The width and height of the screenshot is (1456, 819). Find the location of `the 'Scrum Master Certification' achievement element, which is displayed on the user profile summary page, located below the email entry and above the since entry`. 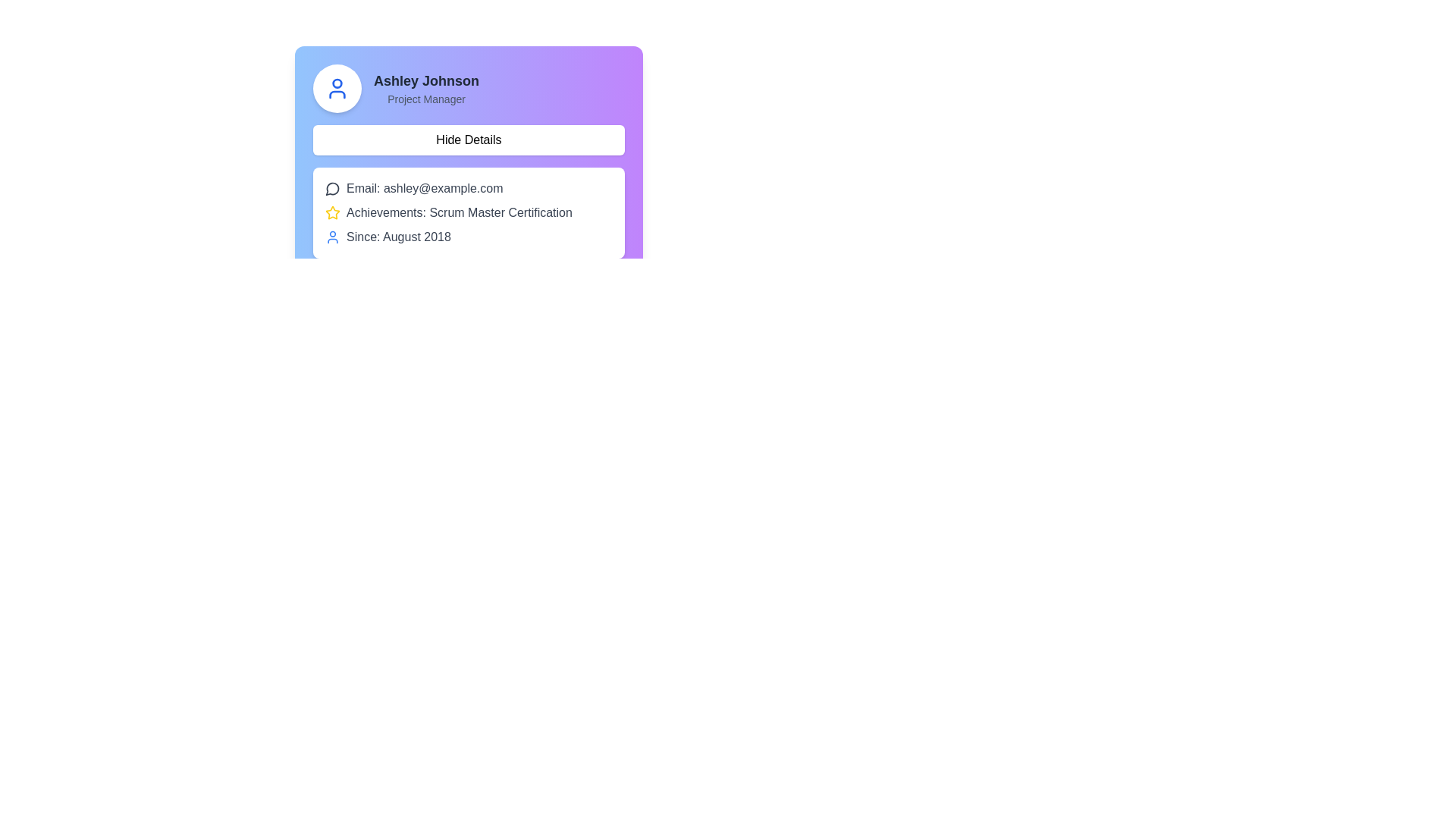

the 'Scrum Master Certification' achievement element, which is displayed on the user profile summary page, located below the email entry and above the since entry is located at coordinates (468, 213).